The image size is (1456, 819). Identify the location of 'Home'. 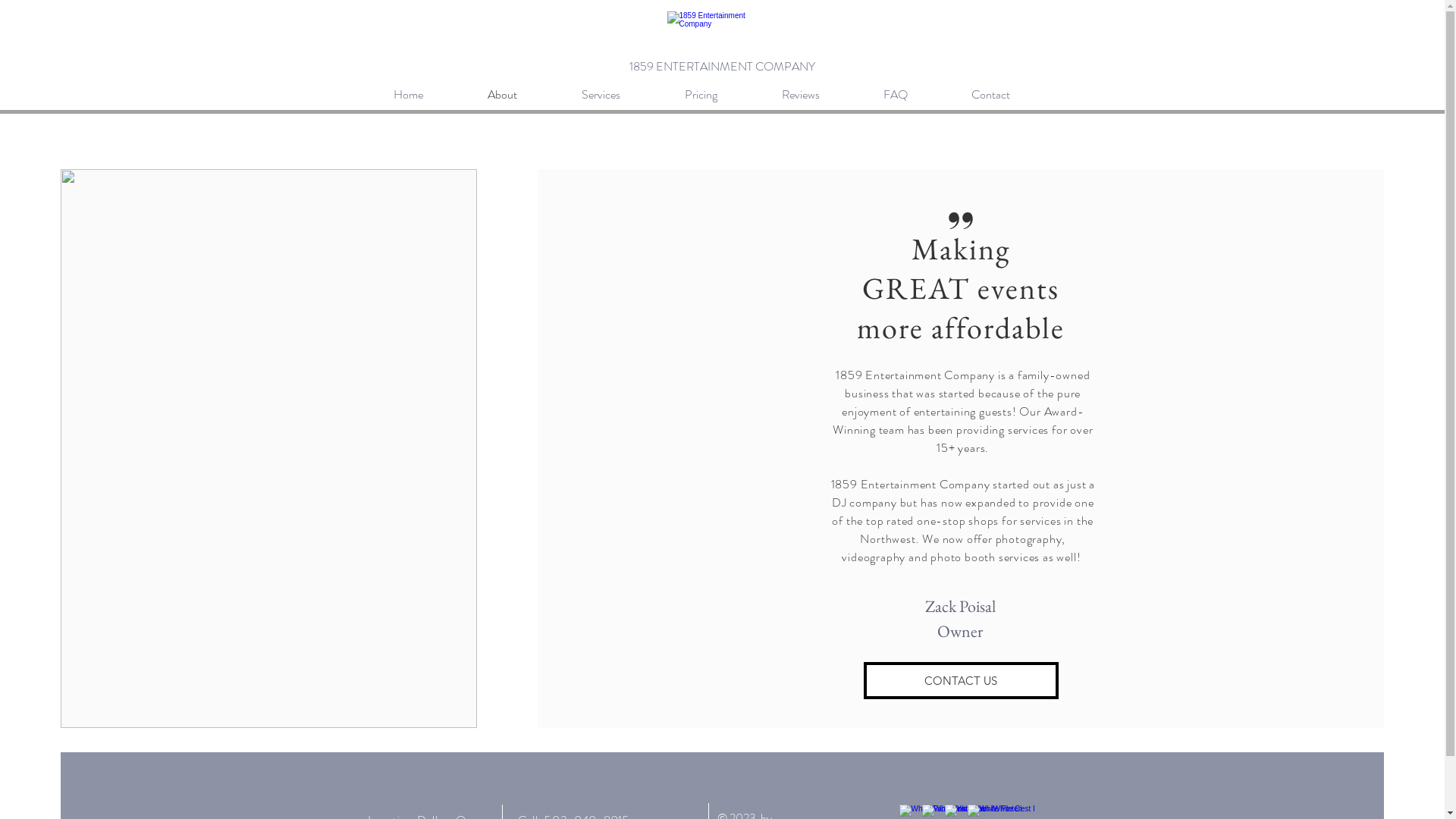
(428, 94).